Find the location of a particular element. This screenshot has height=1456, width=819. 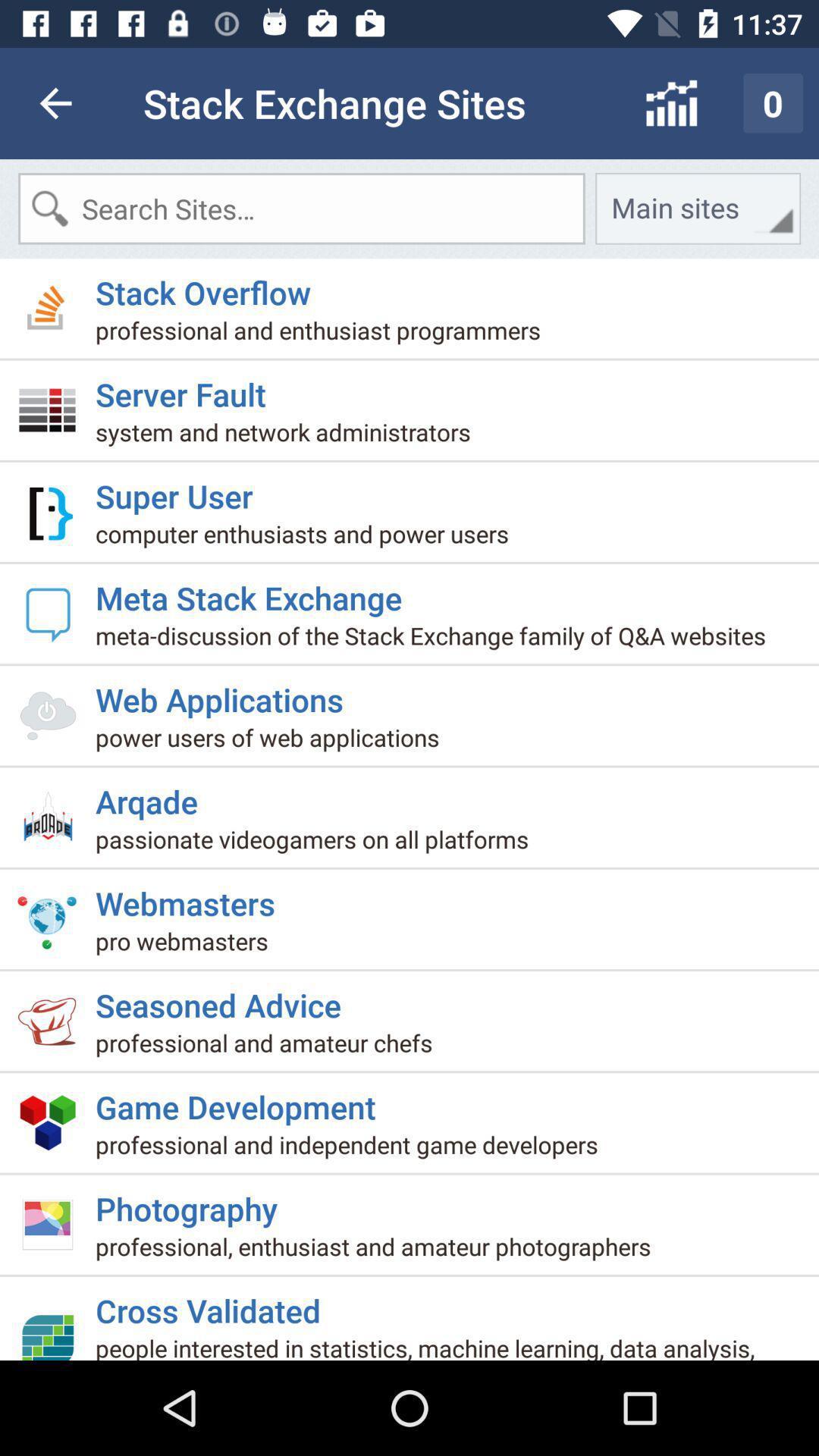

the passionate videogamers on is located at coordinates (317, 844).